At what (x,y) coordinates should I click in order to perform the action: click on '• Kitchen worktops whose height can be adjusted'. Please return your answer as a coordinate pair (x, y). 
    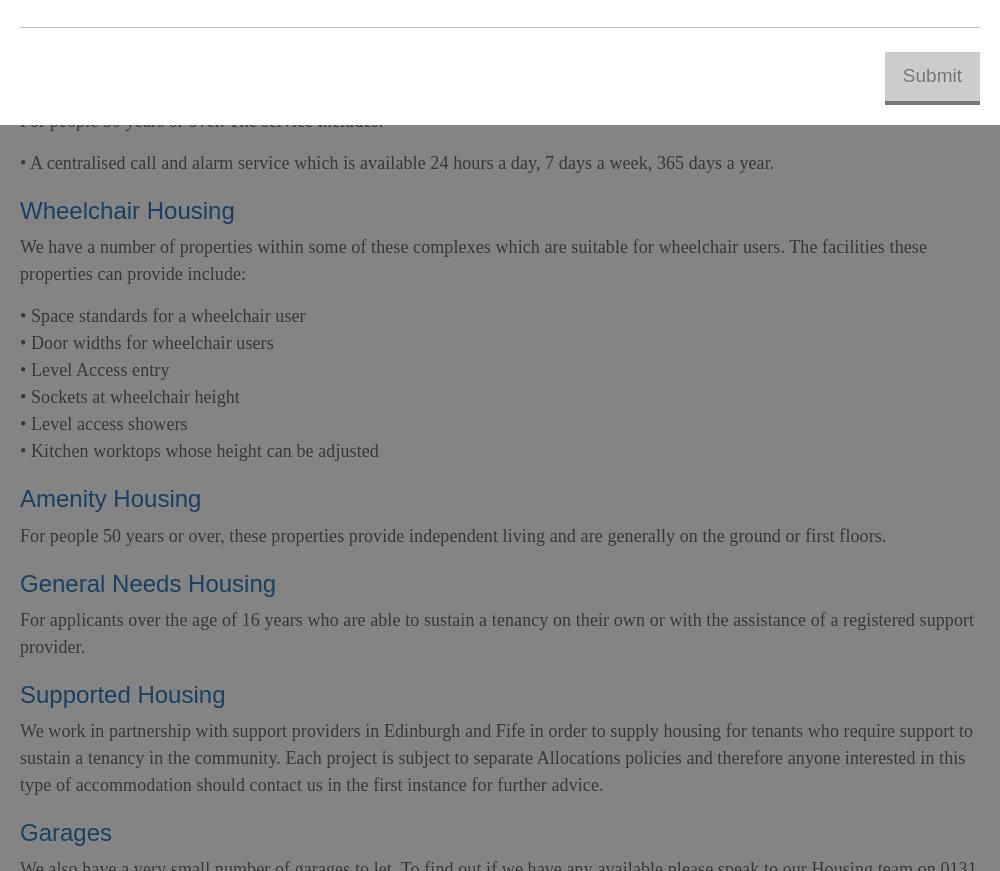
    Looking at the image, I should click on (198, 451).